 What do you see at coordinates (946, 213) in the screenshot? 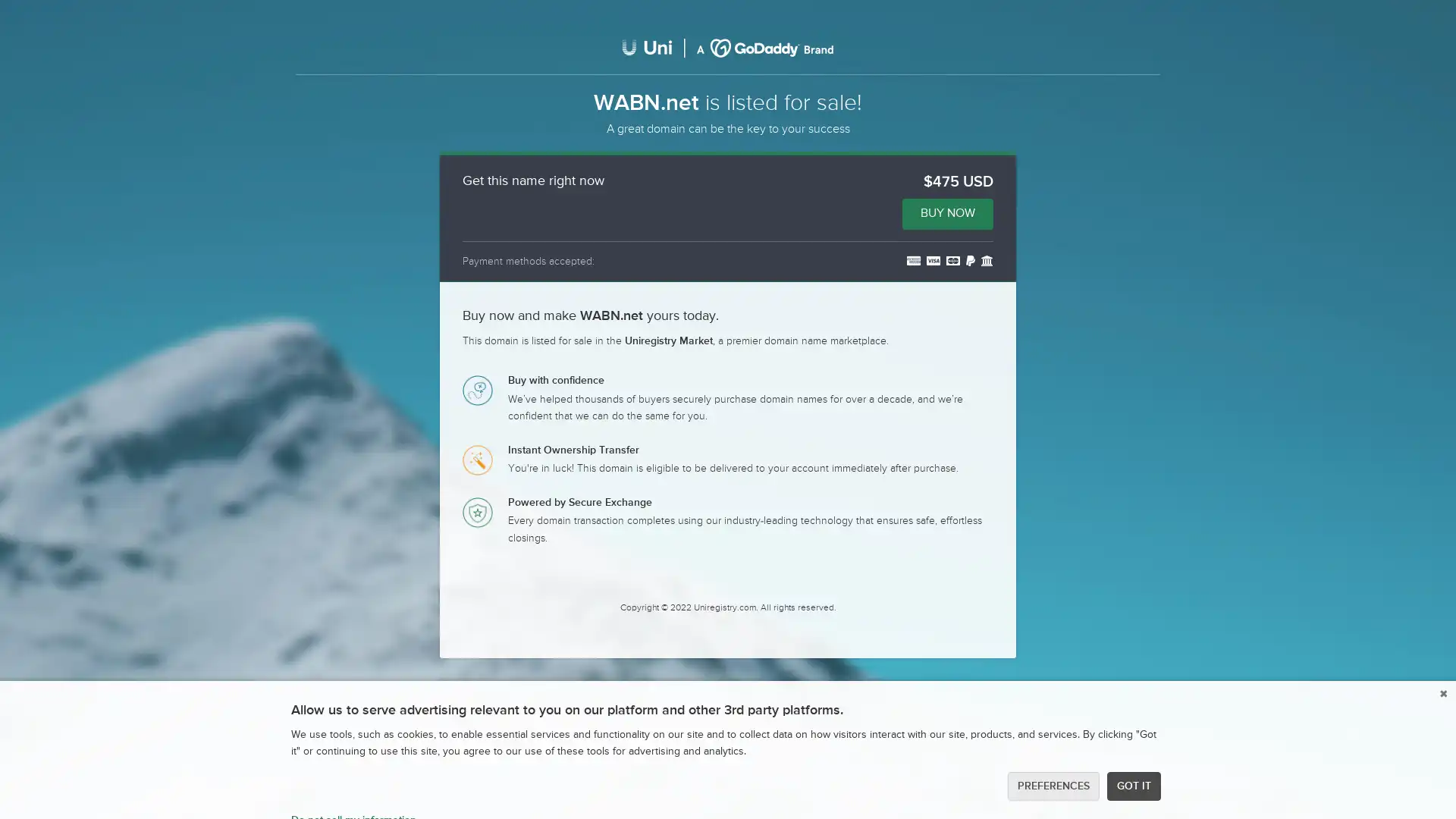
I see `BUY NOW` at bounding box center [946, 213].